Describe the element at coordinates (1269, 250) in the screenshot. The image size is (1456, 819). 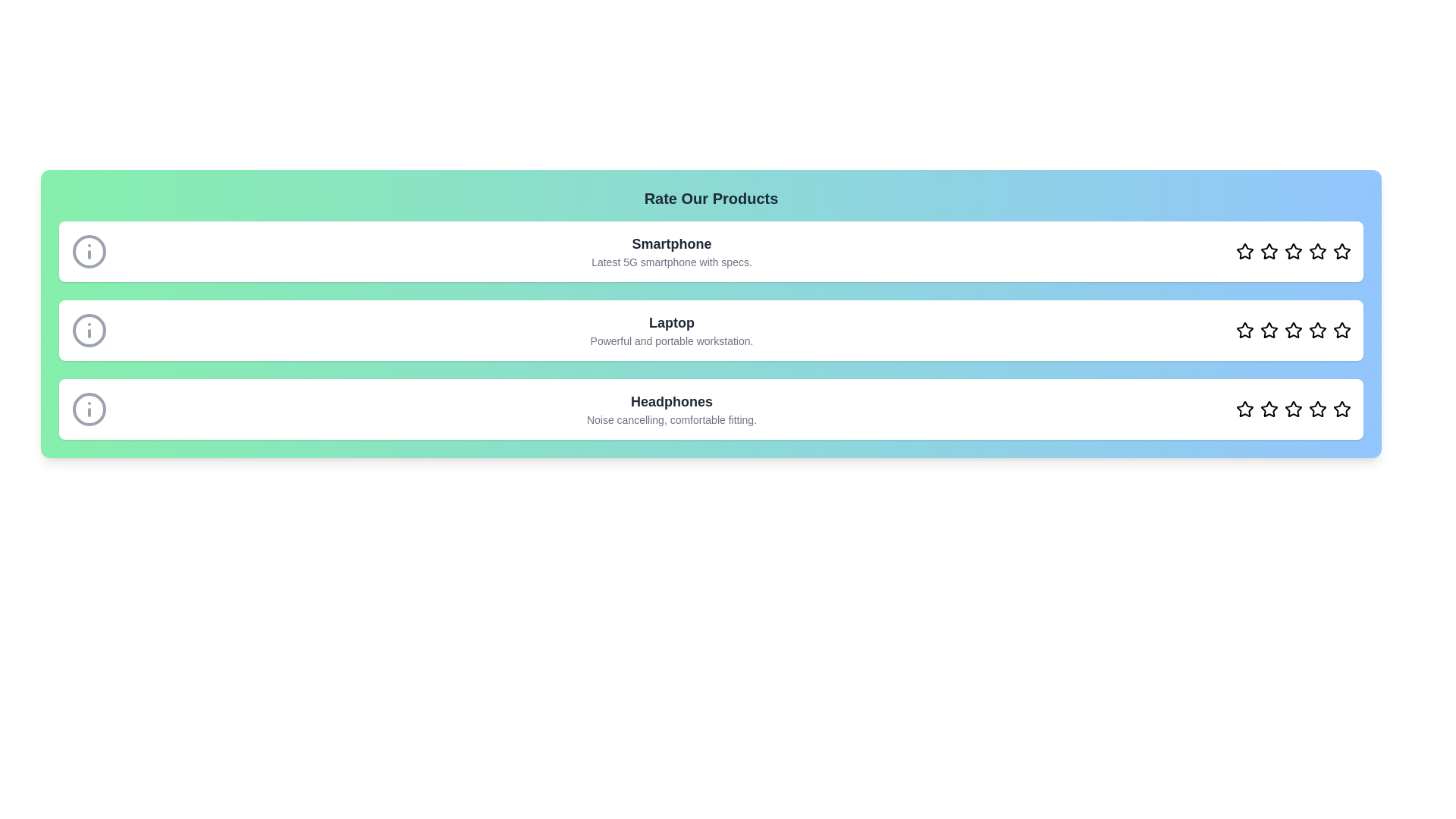
I see `the second star icon` at that location.